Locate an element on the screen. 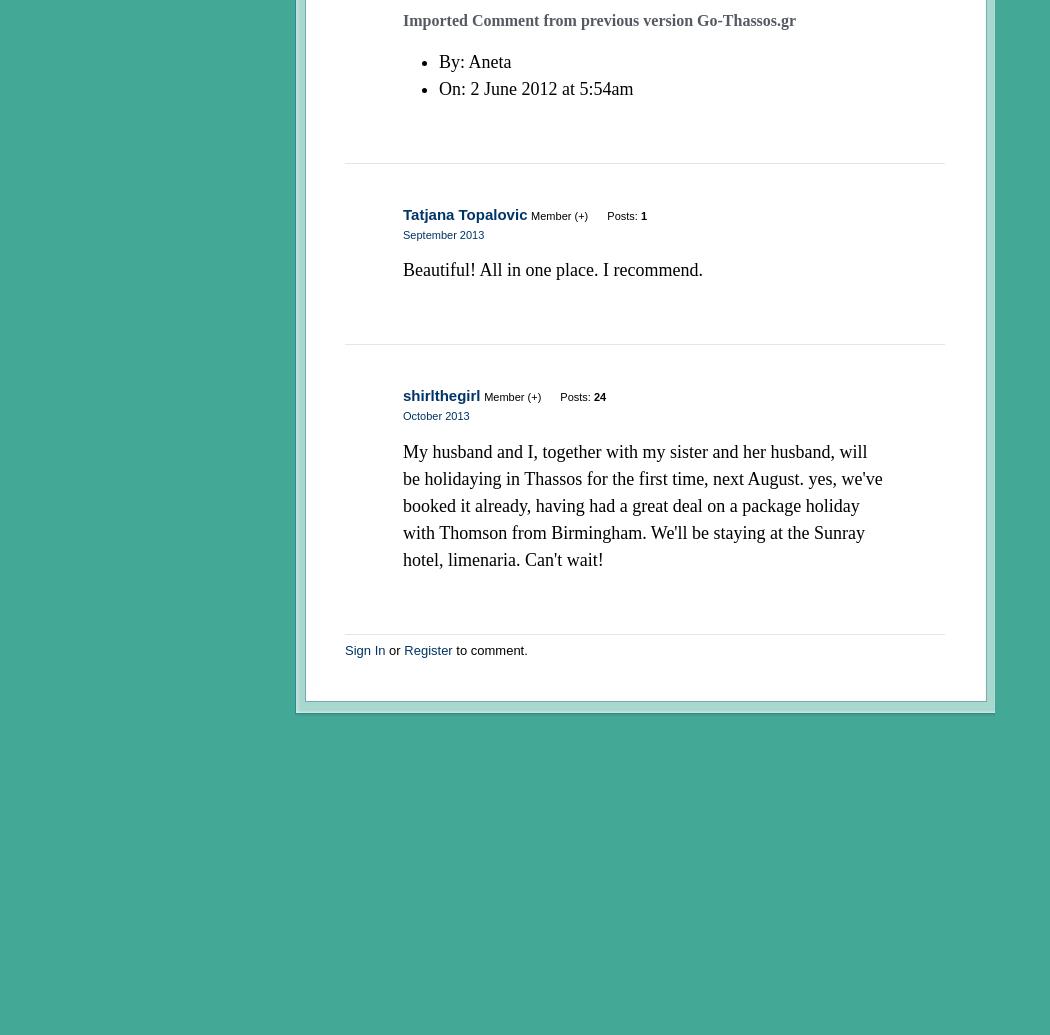  'Imported Comment from previous version Go-Thassos.gr' is located at coordinates (402, 19).